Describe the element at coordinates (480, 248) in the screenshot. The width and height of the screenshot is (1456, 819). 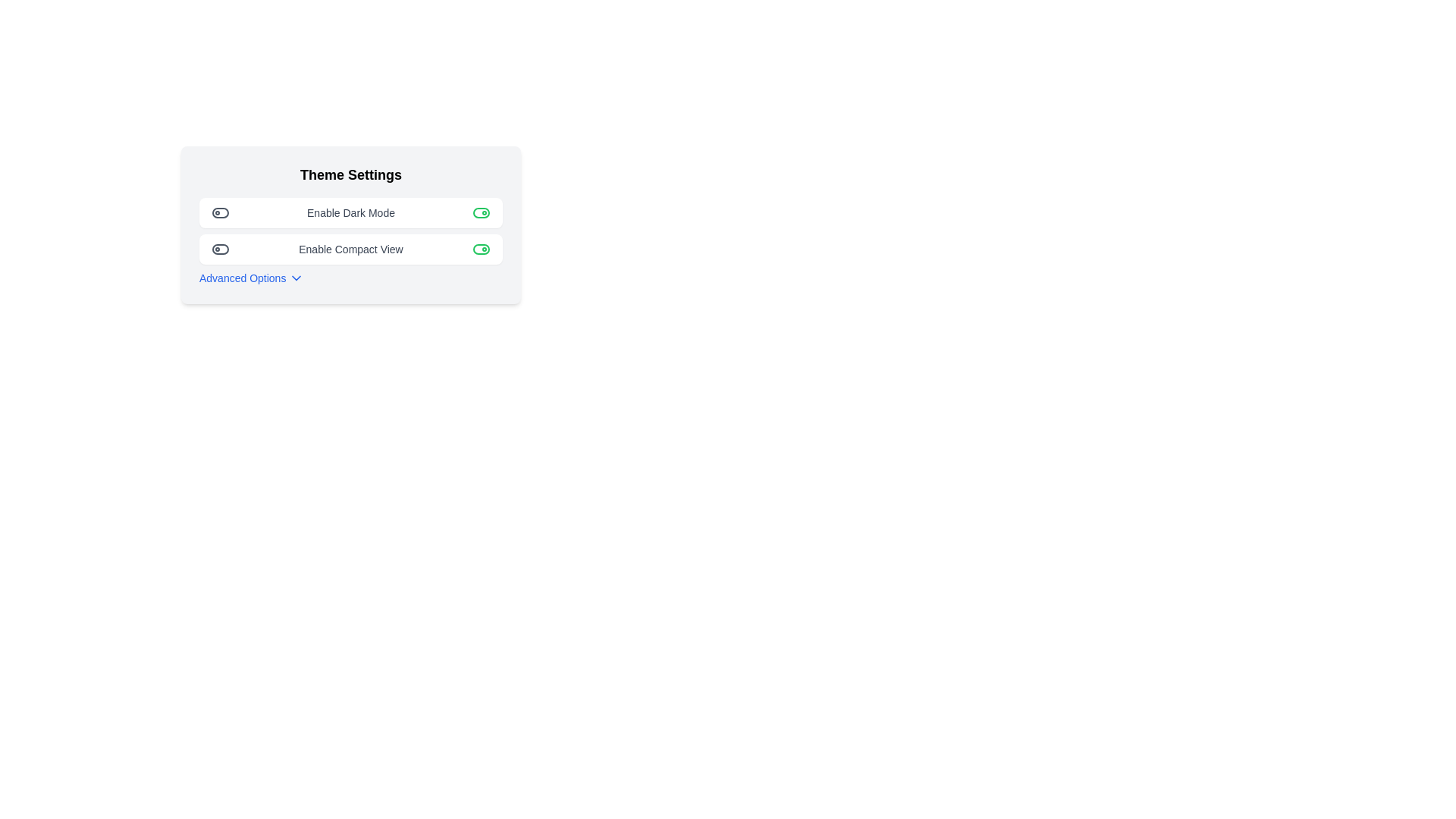
I see `the green toggle switch for 'Enable Compact View' to switch its state` at that location.